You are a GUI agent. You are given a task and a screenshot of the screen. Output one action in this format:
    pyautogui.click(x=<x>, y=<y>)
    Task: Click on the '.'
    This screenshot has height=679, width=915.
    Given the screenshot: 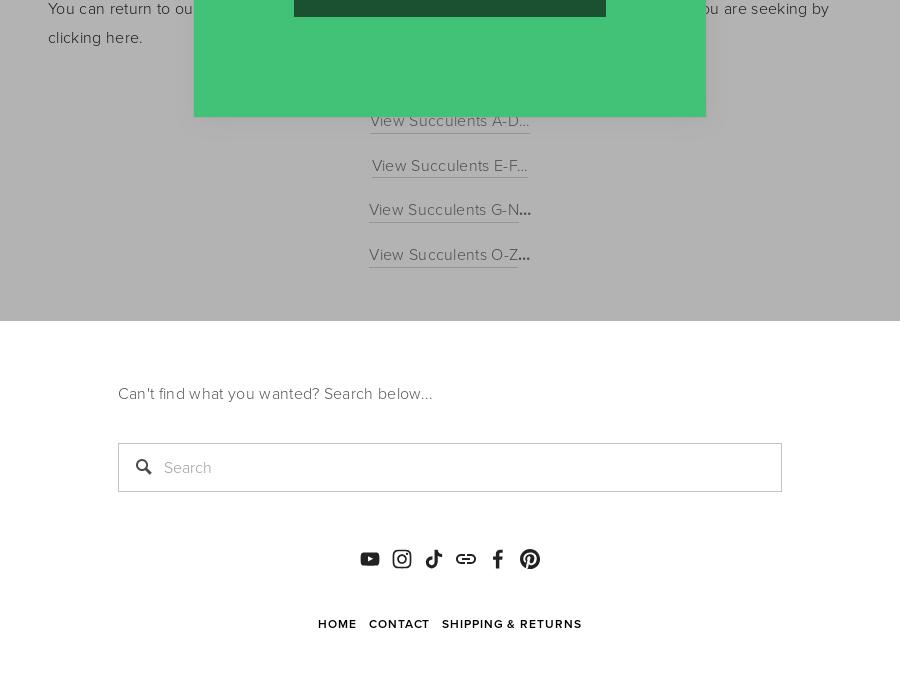 What is the action you would take?
    pyautogui.click(x=141, y=36)
    